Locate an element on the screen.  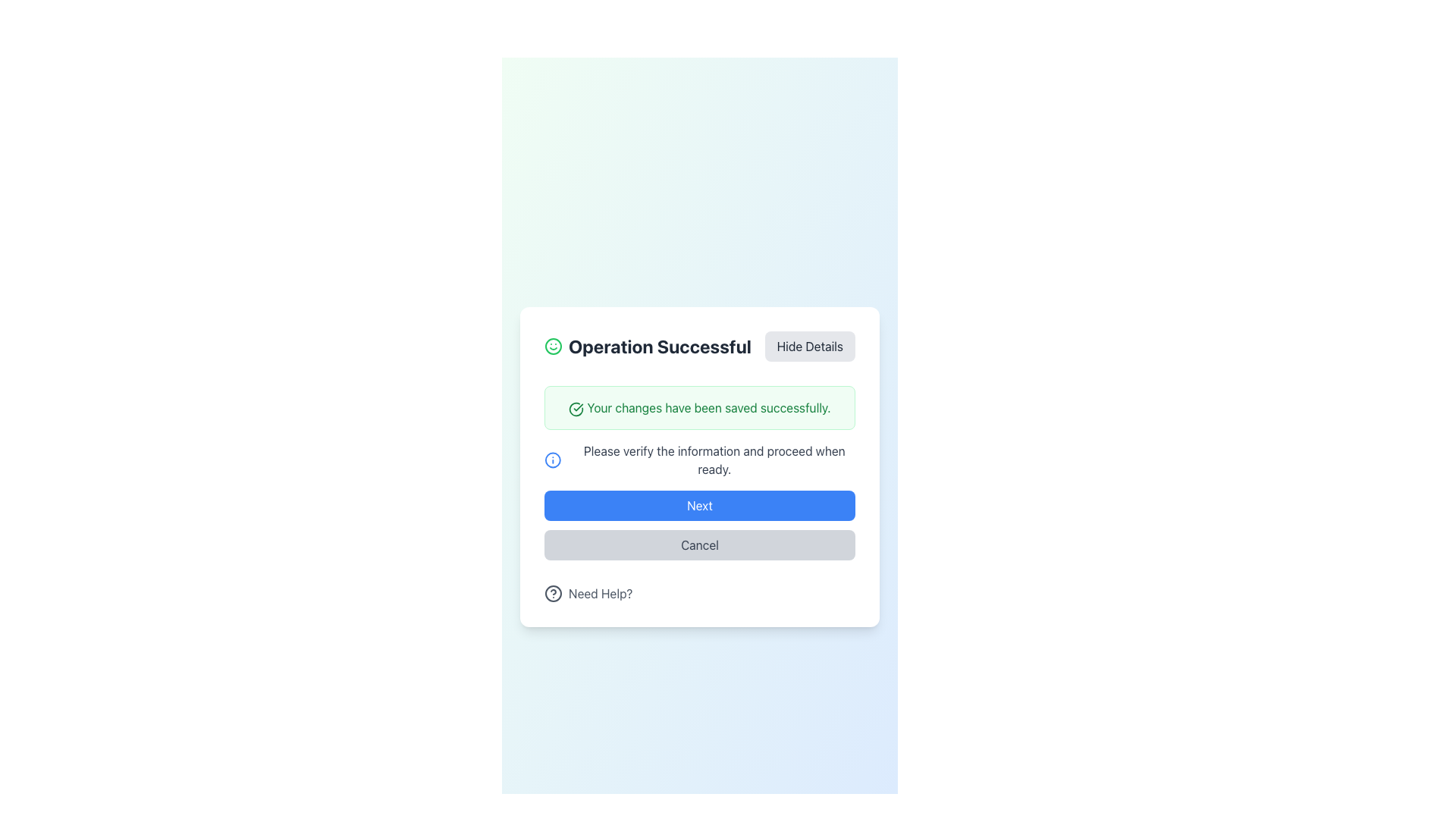
the cancel button located below the blue 'Next' button to observe a background color change is located at coordinates (698, 544).